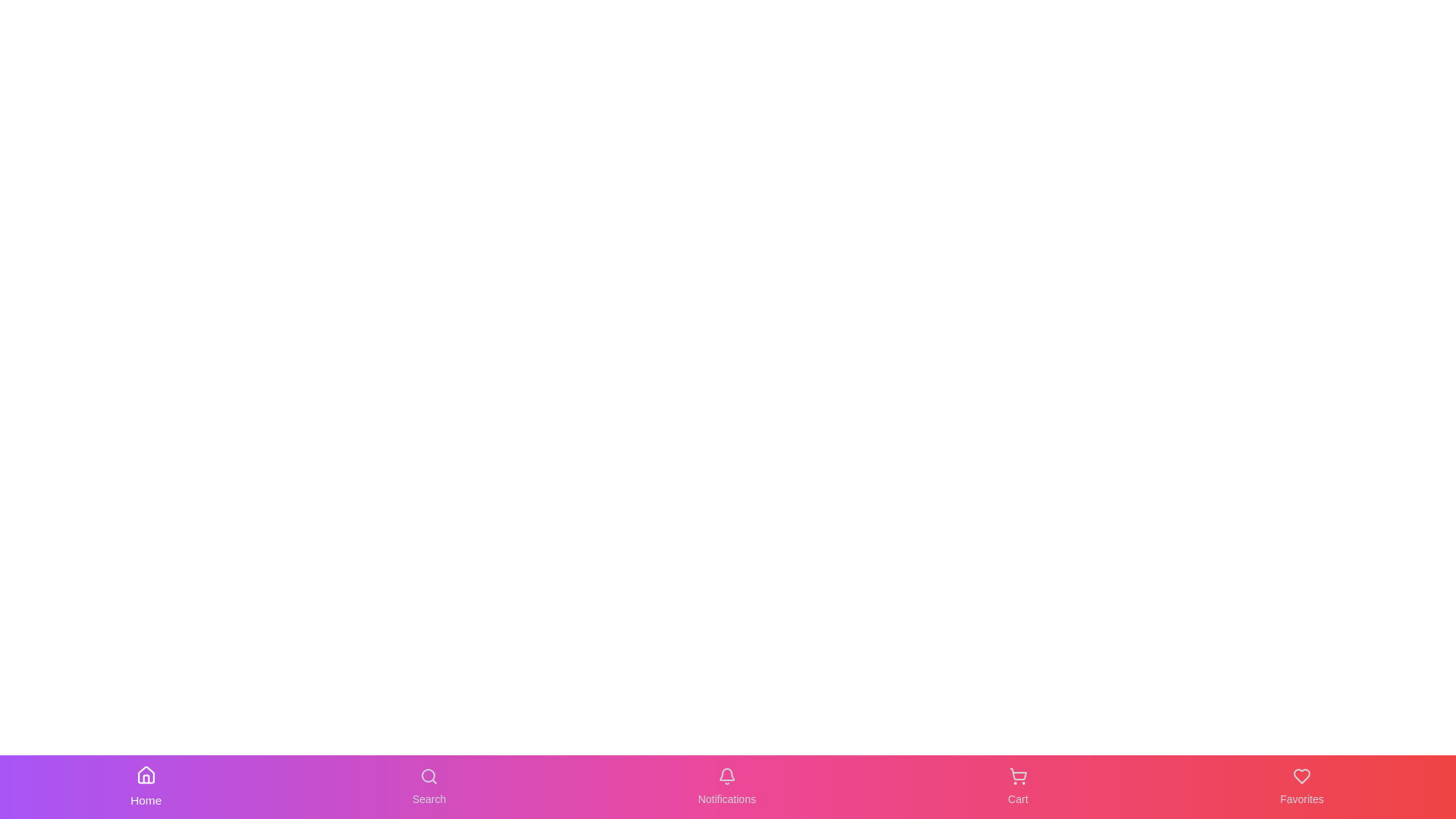  I want to click on the Notifications button to navigate to the corresponding section, so click(726, 786).